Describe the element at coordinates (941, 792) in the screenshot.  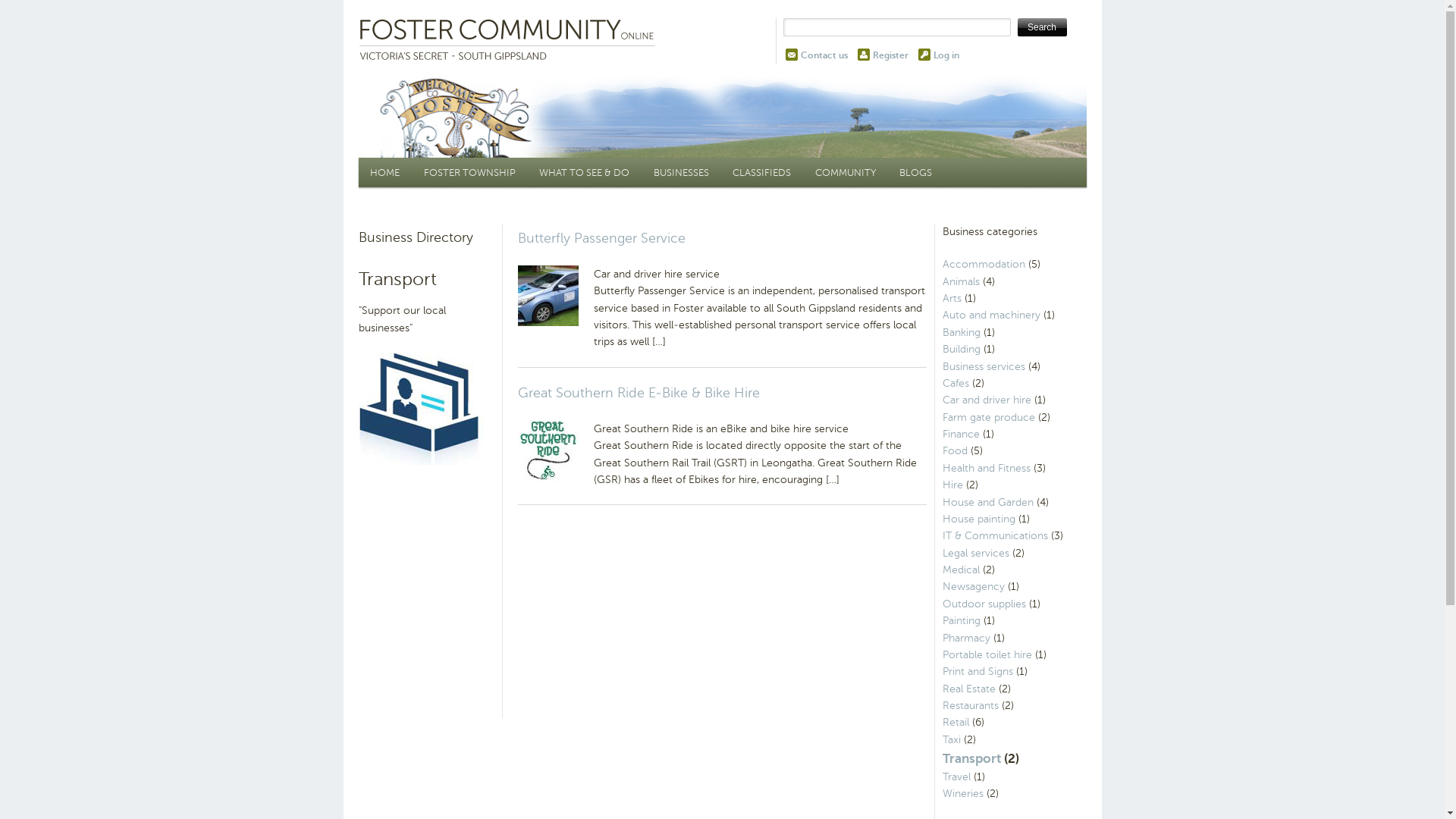
I see `'Wineries'` at that location.